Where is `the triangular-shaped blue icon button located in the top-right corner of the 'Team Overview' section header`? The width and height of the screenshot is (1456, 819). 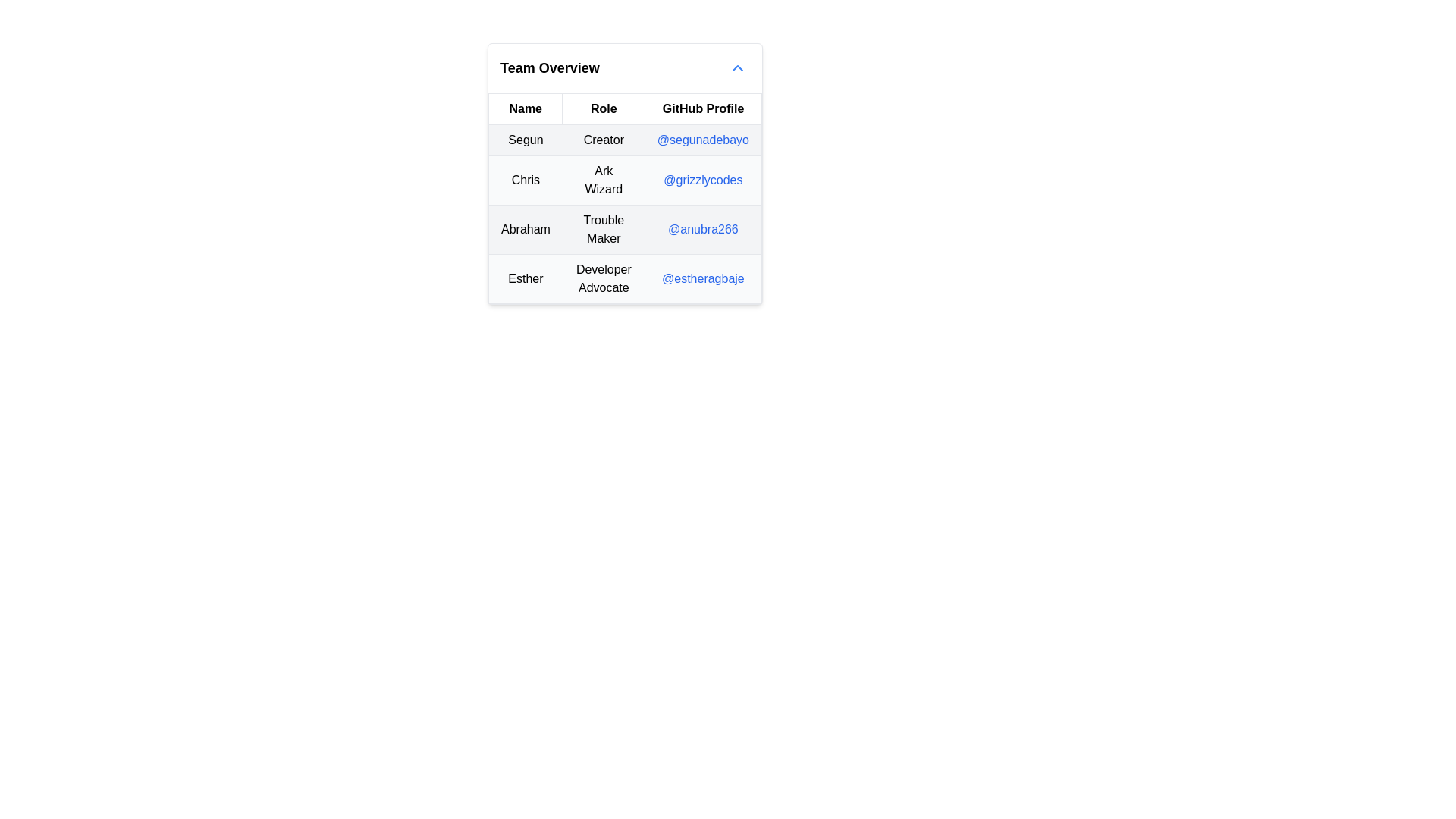
the triangular-shaped blue icon button located in the top-right corner of the 'Team Overview' section header is located at coordinates (738, 67).